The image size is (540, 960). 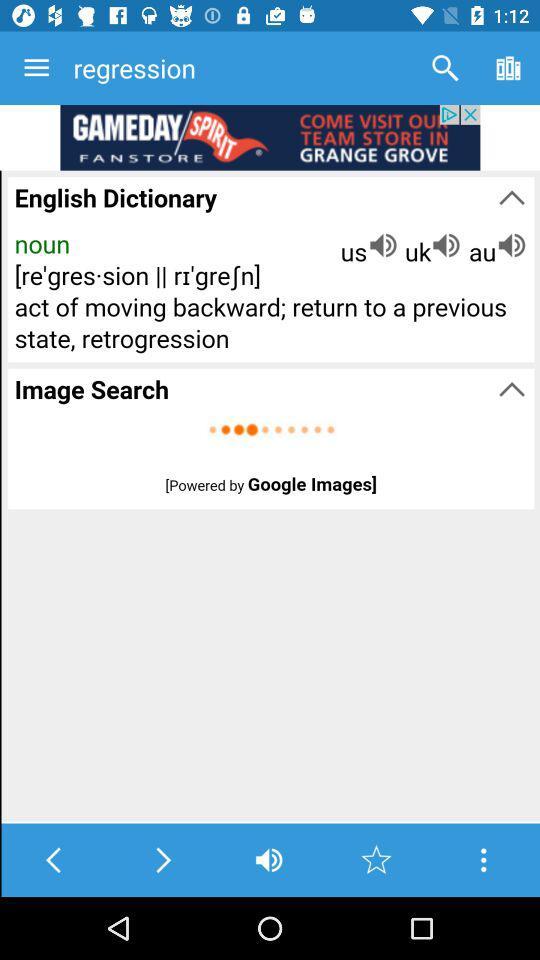 What do you see at coordinates (270, 136) in the screenshot?
I see `show outside advertisement` at bounding box center [270, 136].